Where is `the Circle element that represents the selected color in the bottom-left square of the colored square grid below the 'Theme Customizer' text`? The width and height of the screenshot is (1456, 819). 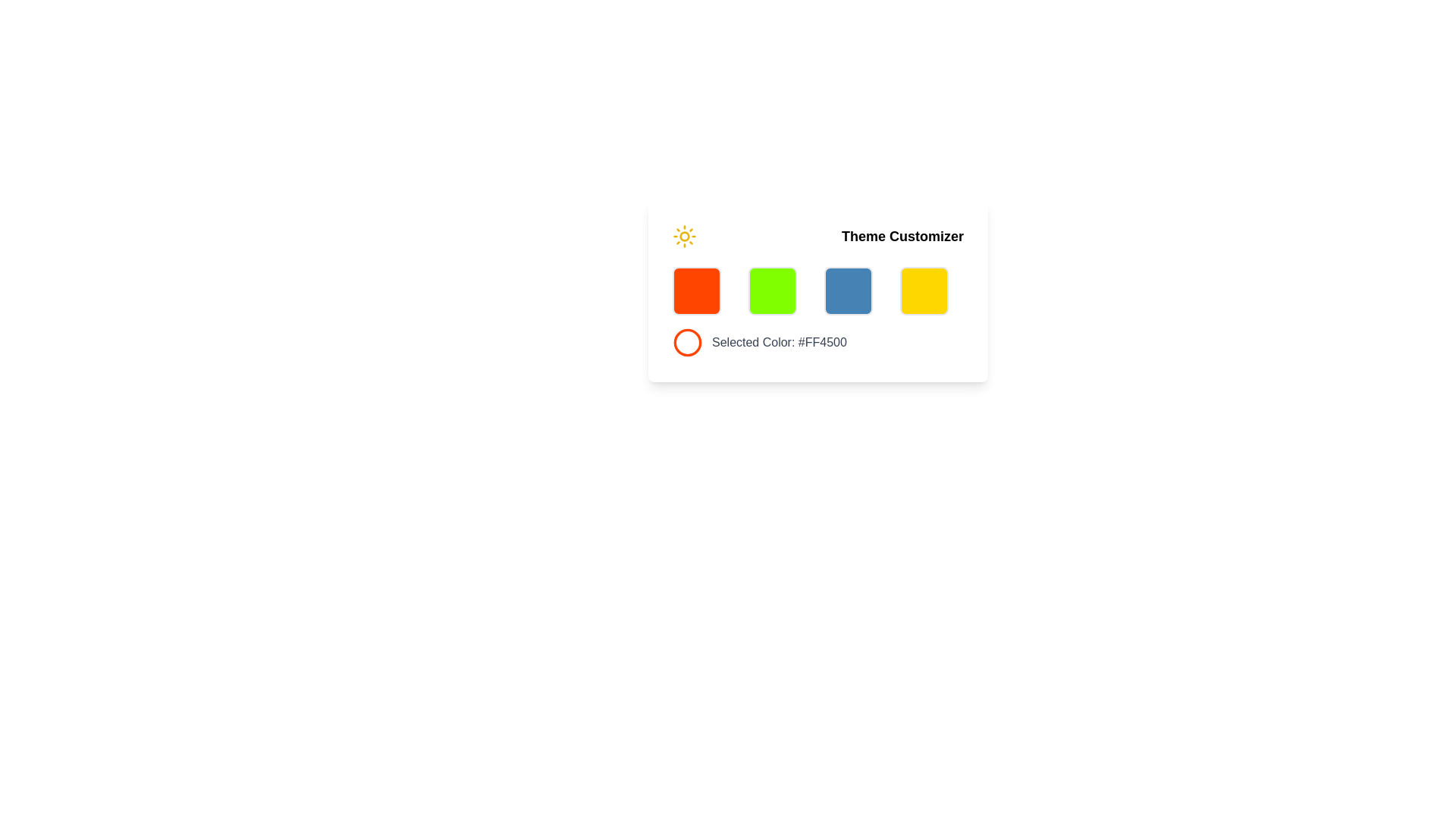
the Circle element that represents the selected color in the bottom-left square of the colored square grid below the 'Theme Customizer' text is located at coordinates (687, 342).